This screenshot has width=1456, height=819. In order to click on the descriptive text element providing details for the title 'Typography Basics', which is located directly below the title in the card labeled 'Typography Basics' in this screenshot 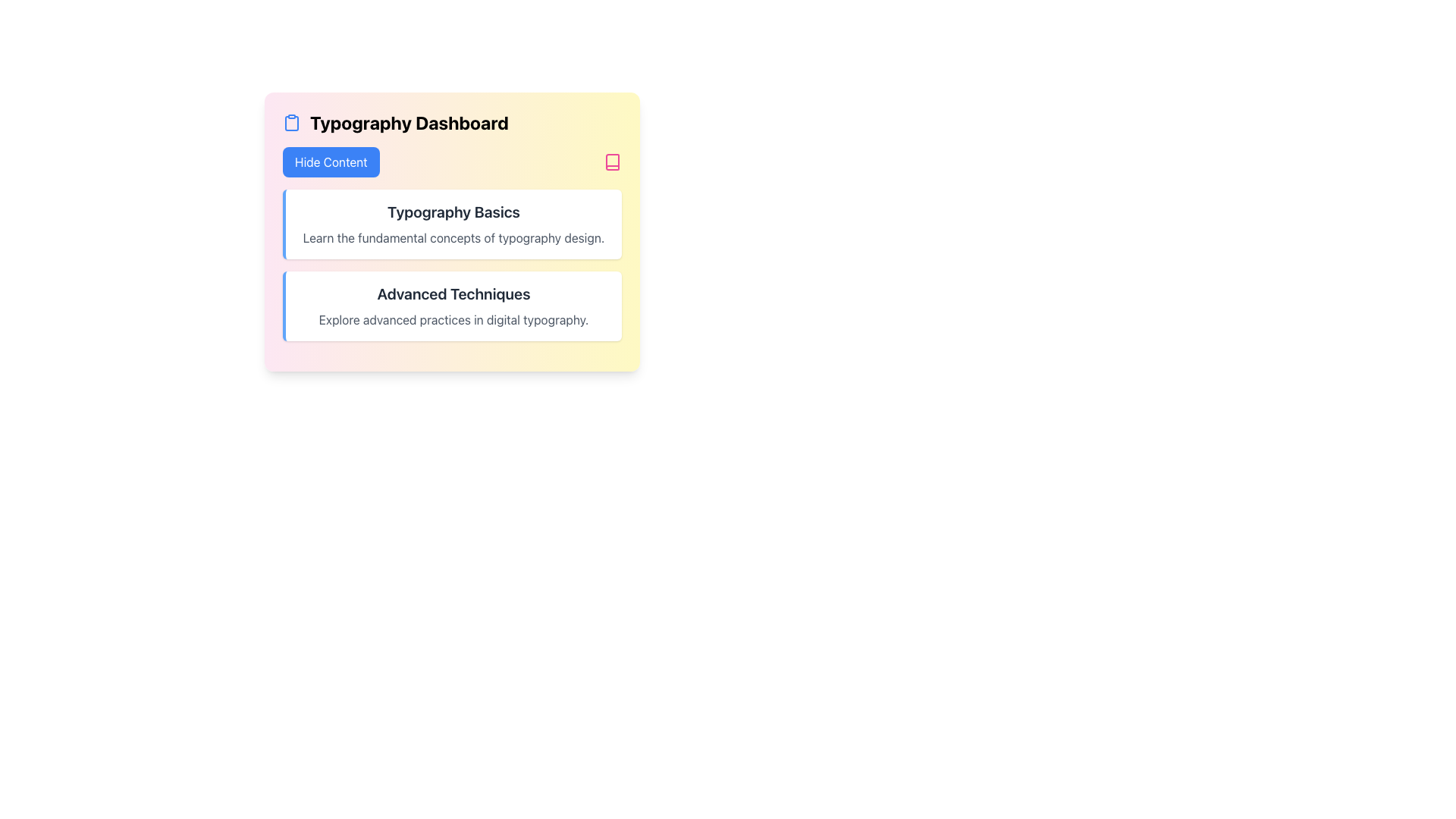, I will do `click(453, 237)`.